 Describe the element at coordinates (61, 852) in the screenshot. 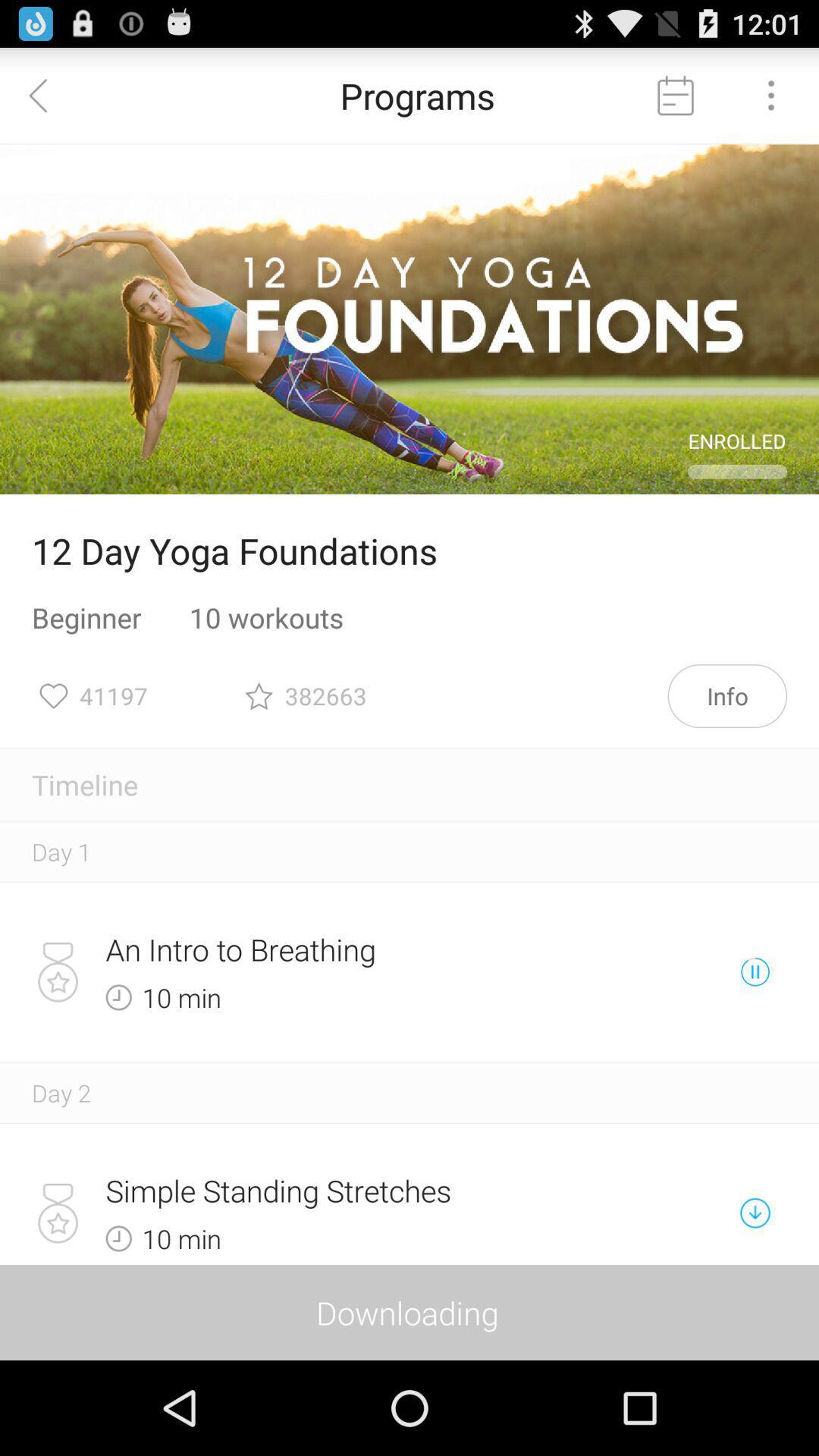

I see `the day 1 item` at that location.